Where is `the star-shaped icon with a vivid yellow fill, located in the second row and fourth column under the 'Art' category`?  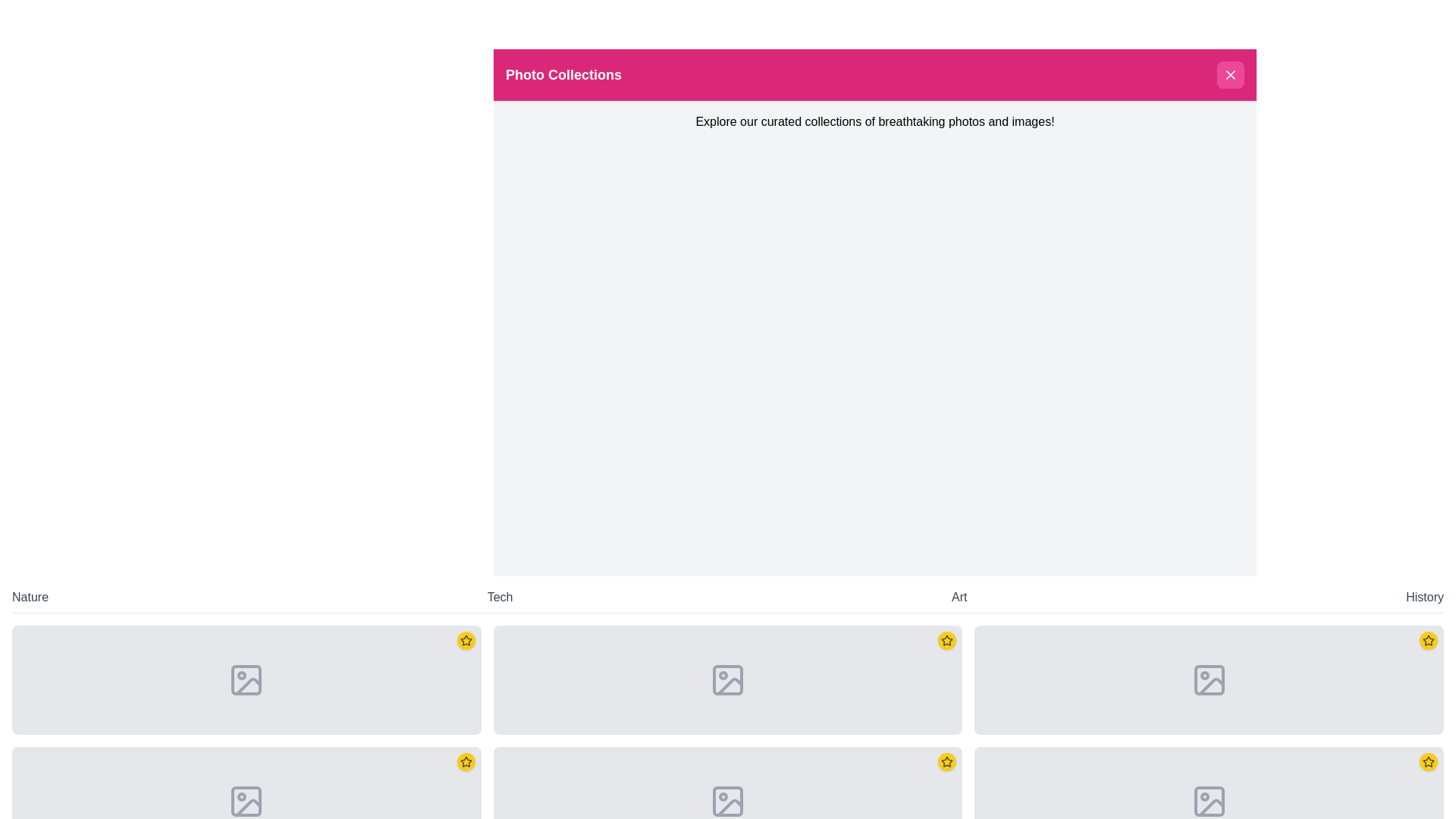
the star-shaped icon with a vivid yellow fill, located in the second row and fourth column under the 'Art' category is located at coordinates (946, 640).